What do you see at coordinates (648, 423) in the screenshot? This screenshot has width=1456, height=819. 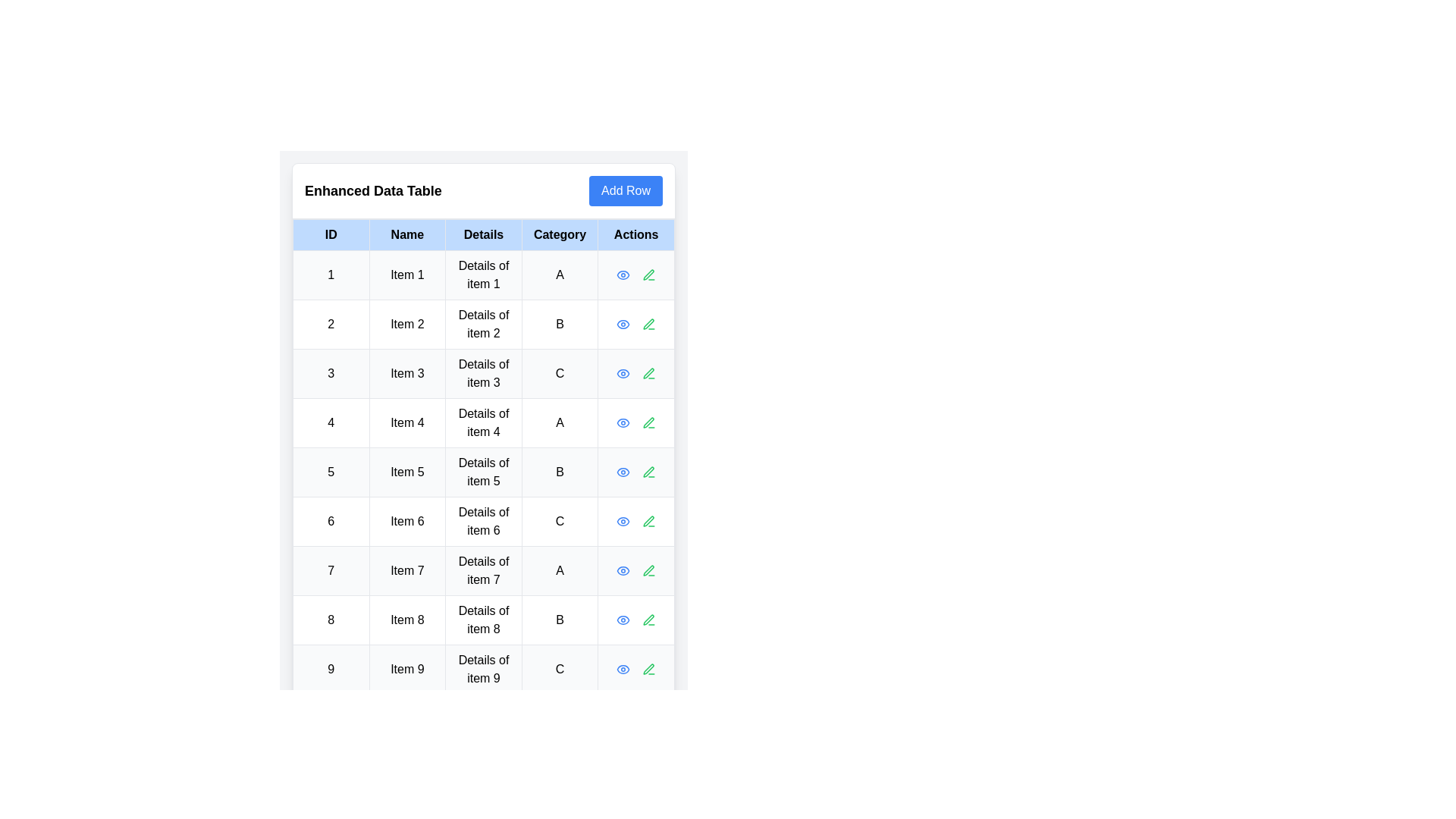 I see `the green pen icon button located in the 'Actions' column of the fourth row corresponding to 'Item 4'` at bounding box center [648, 423].